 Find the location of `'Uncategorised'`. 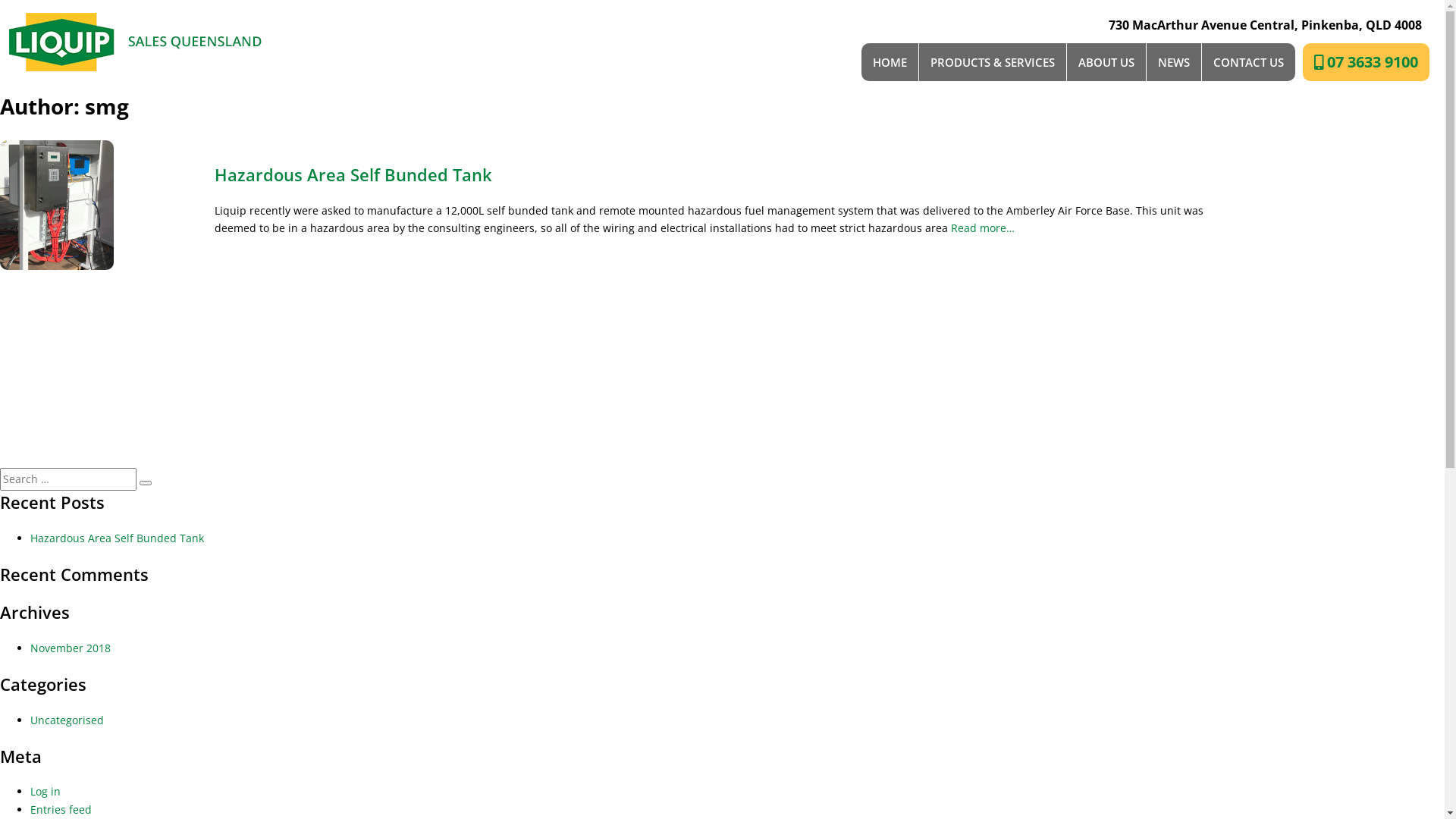

'Uncategorised' is located at coordinates (30, 719).